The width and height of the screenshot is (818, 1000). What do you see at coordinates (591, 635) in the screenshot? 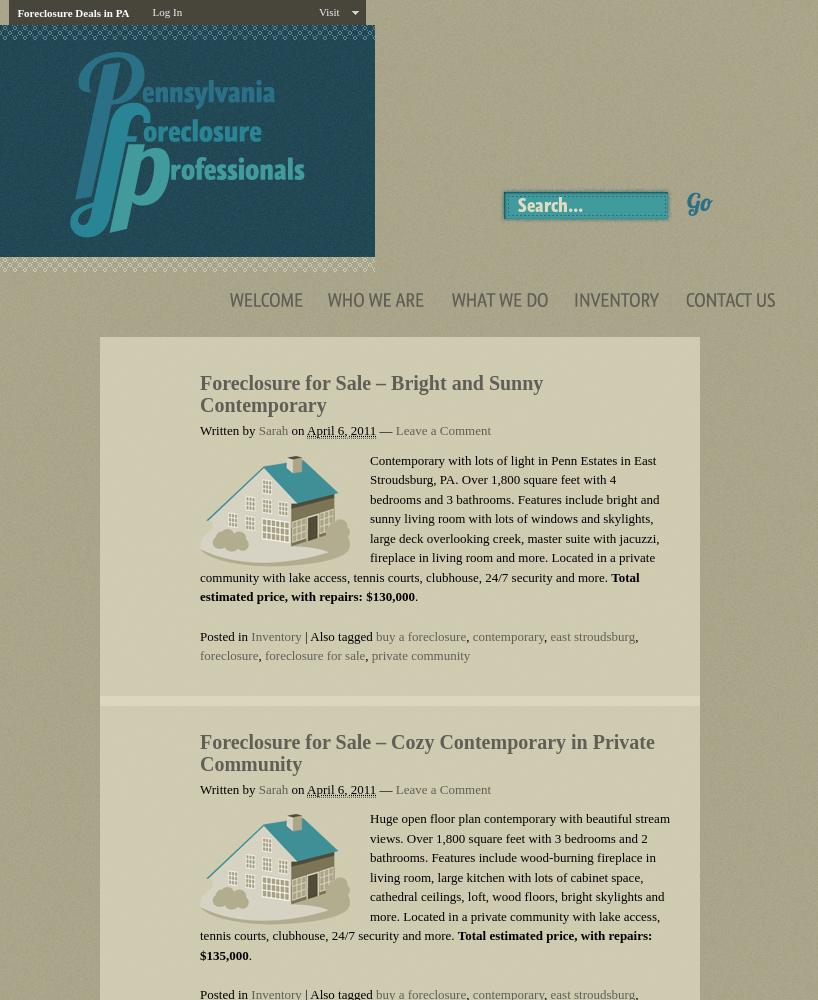
I see `'east stroudsburg'` at bounding box center [591, 635].